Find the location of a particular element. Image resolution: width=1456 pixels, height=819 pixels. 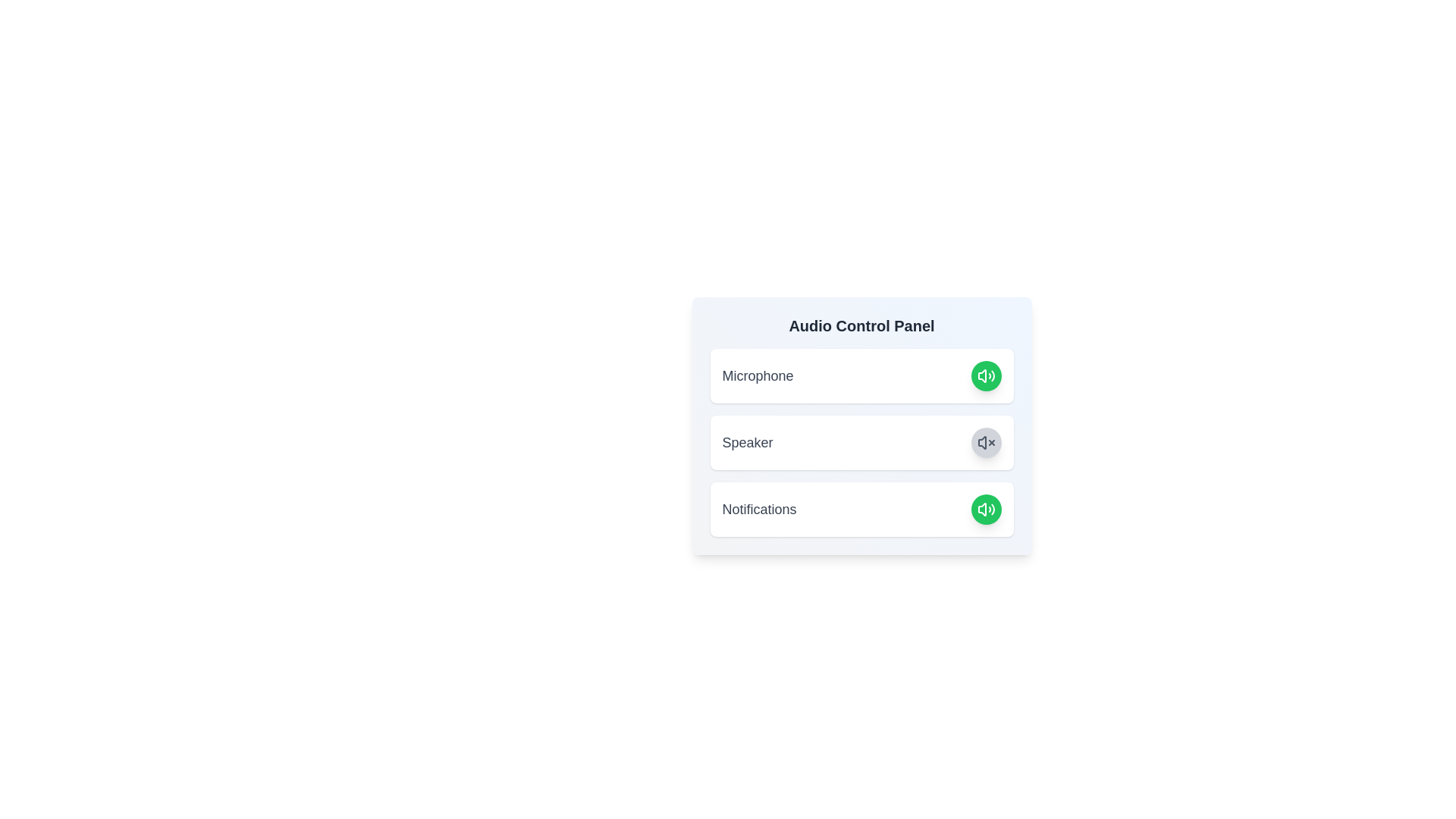

properties of the audio wave icon, which is a curved line styled as a thin outline located next to the 'Notifications' label in the Audio Control Panel is located at coordinates (993, 509).